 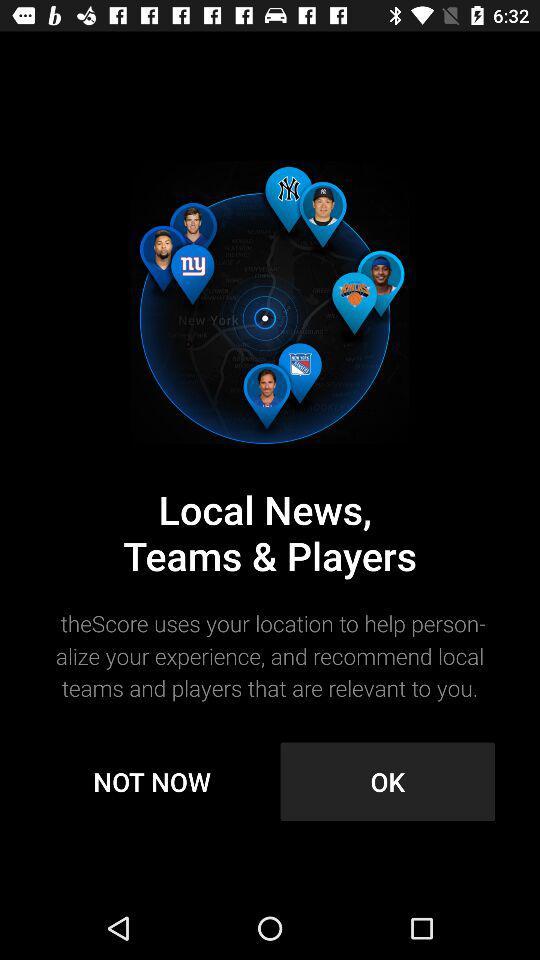 What do you see at coordinates (387, 781) in the screenshot?
I see `icon to the right of not now` at bounding box center [387, 781].